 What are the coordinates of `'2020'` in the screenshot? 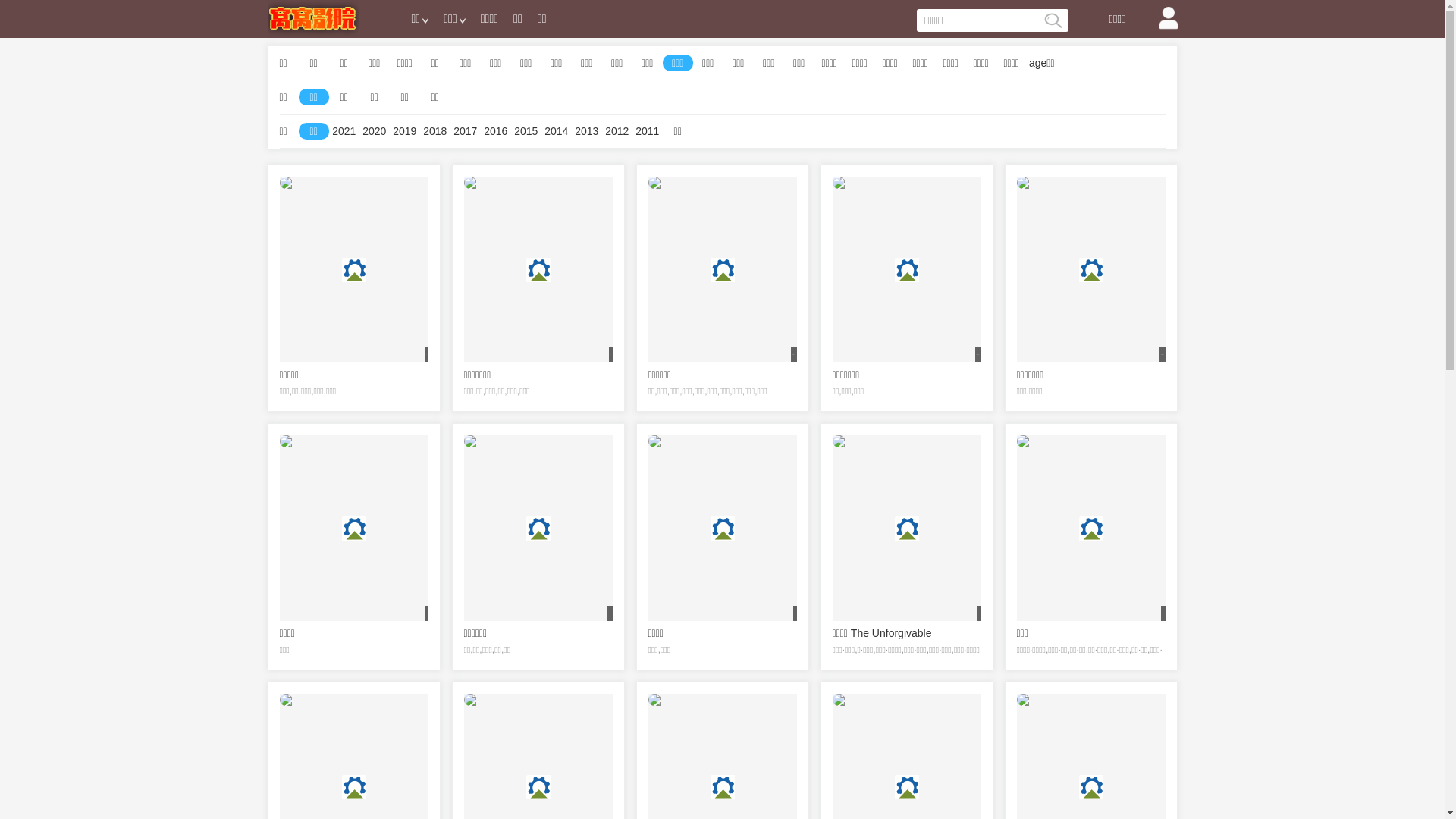 It's located at (374, 130).